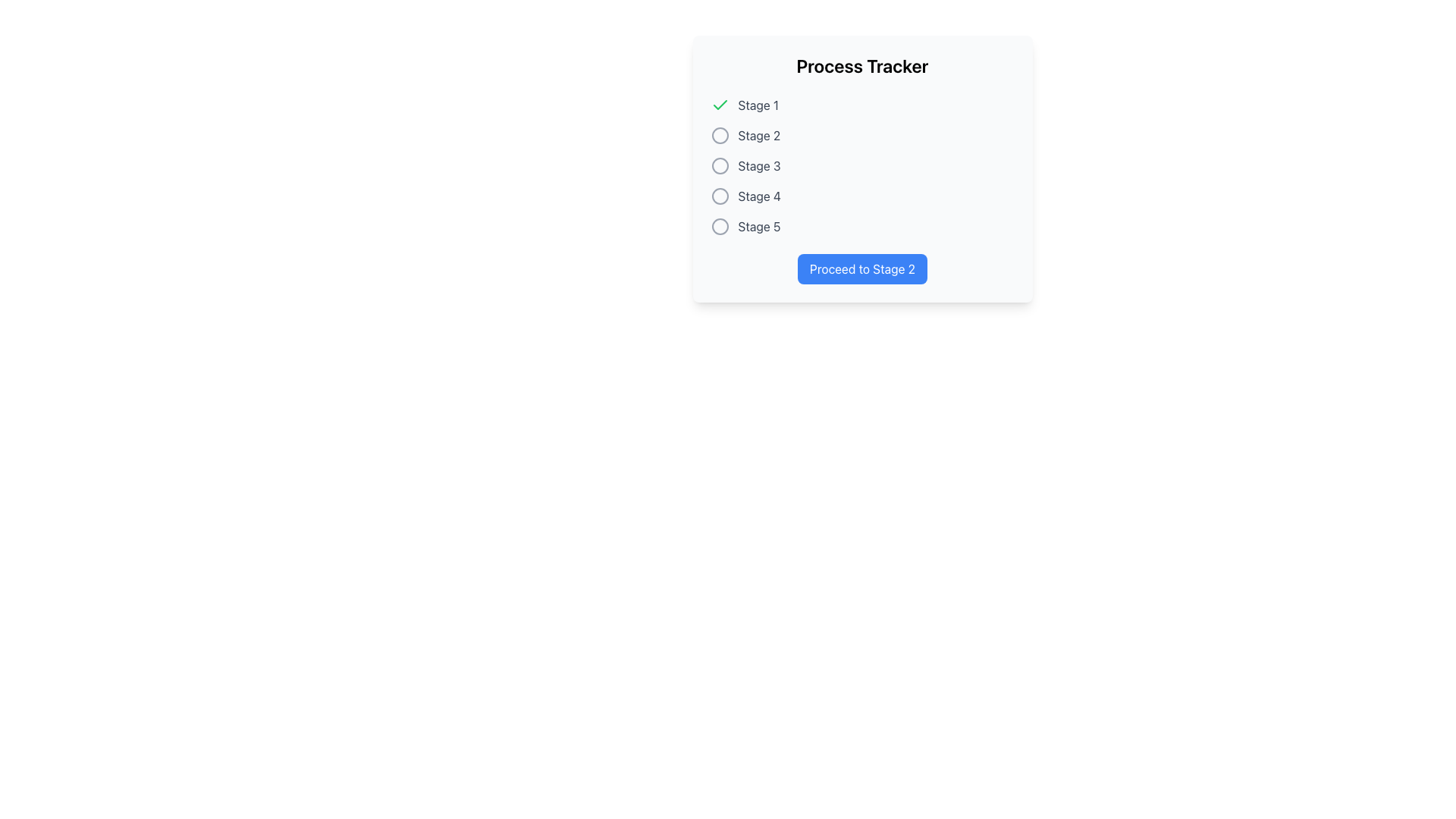  I want to click on the non-interactive text label for the fourth stage of the process in the 'Process Tracker' dialog, so click(745, 195).